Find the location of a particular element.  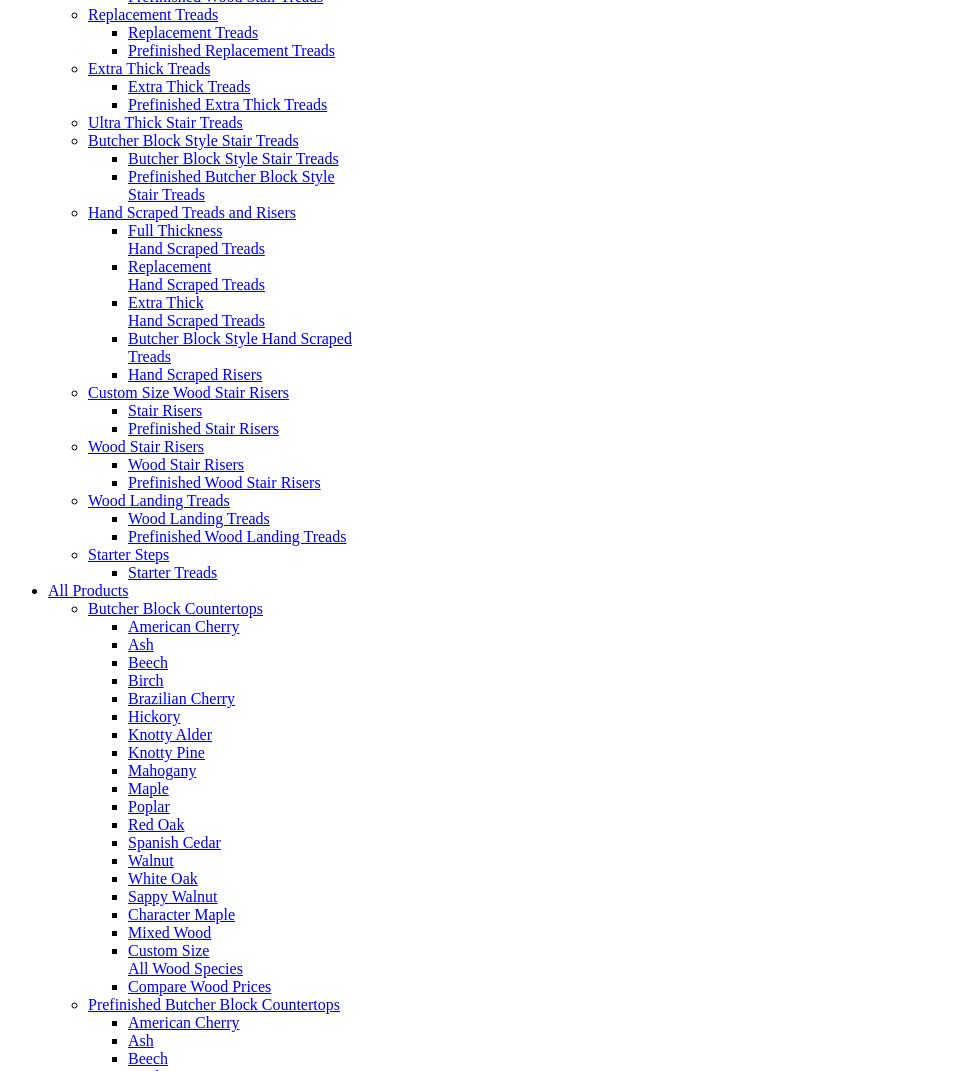

'Butcher Block Style Hand Scraped Treads' is located at coordinates (238, 346).